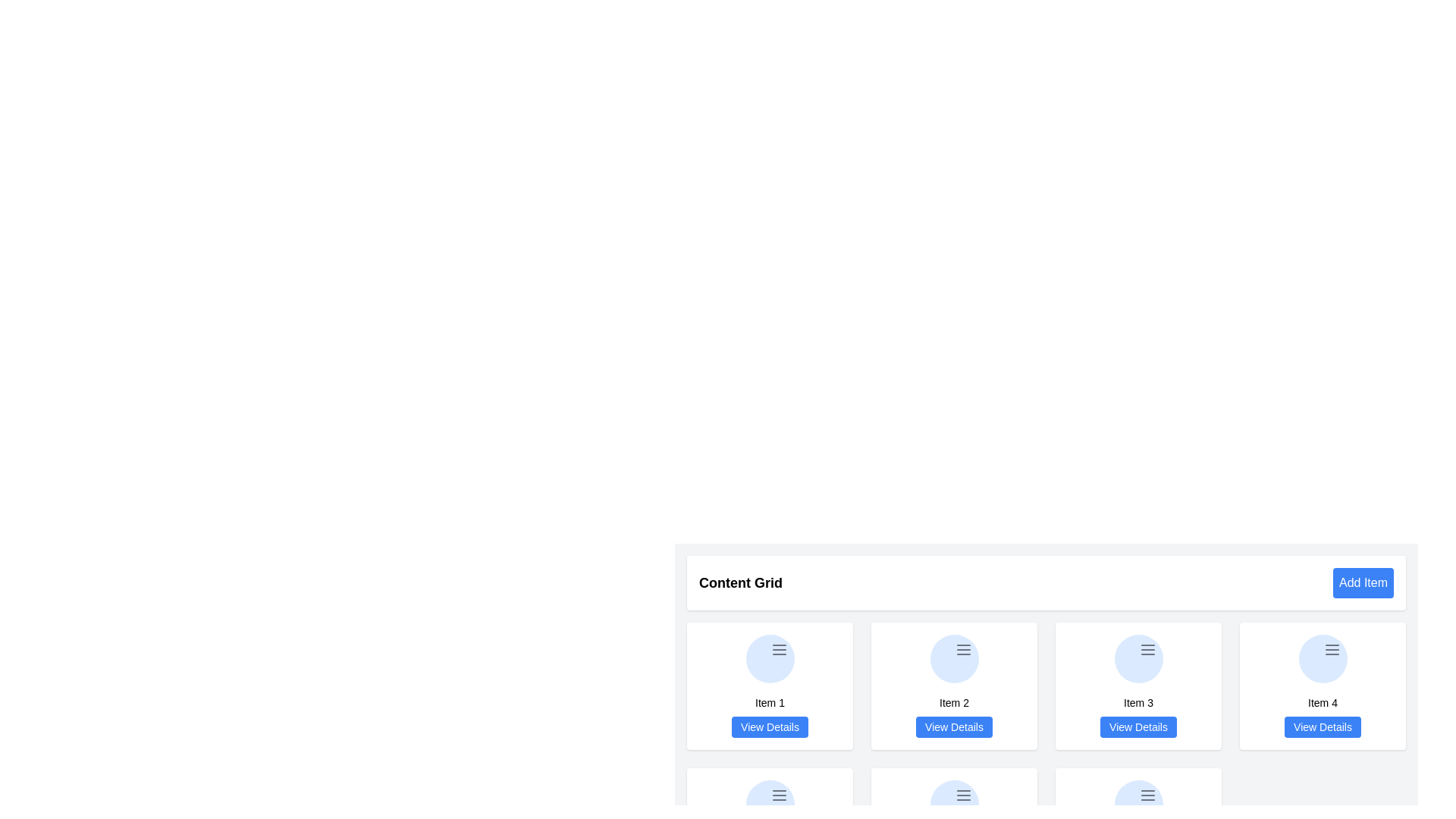 The image size is (1456, 819). I want to click on the menu icon located within a circular light blue background at the top right corner of 'Item 3' in the grid layout, so click(779, 795).